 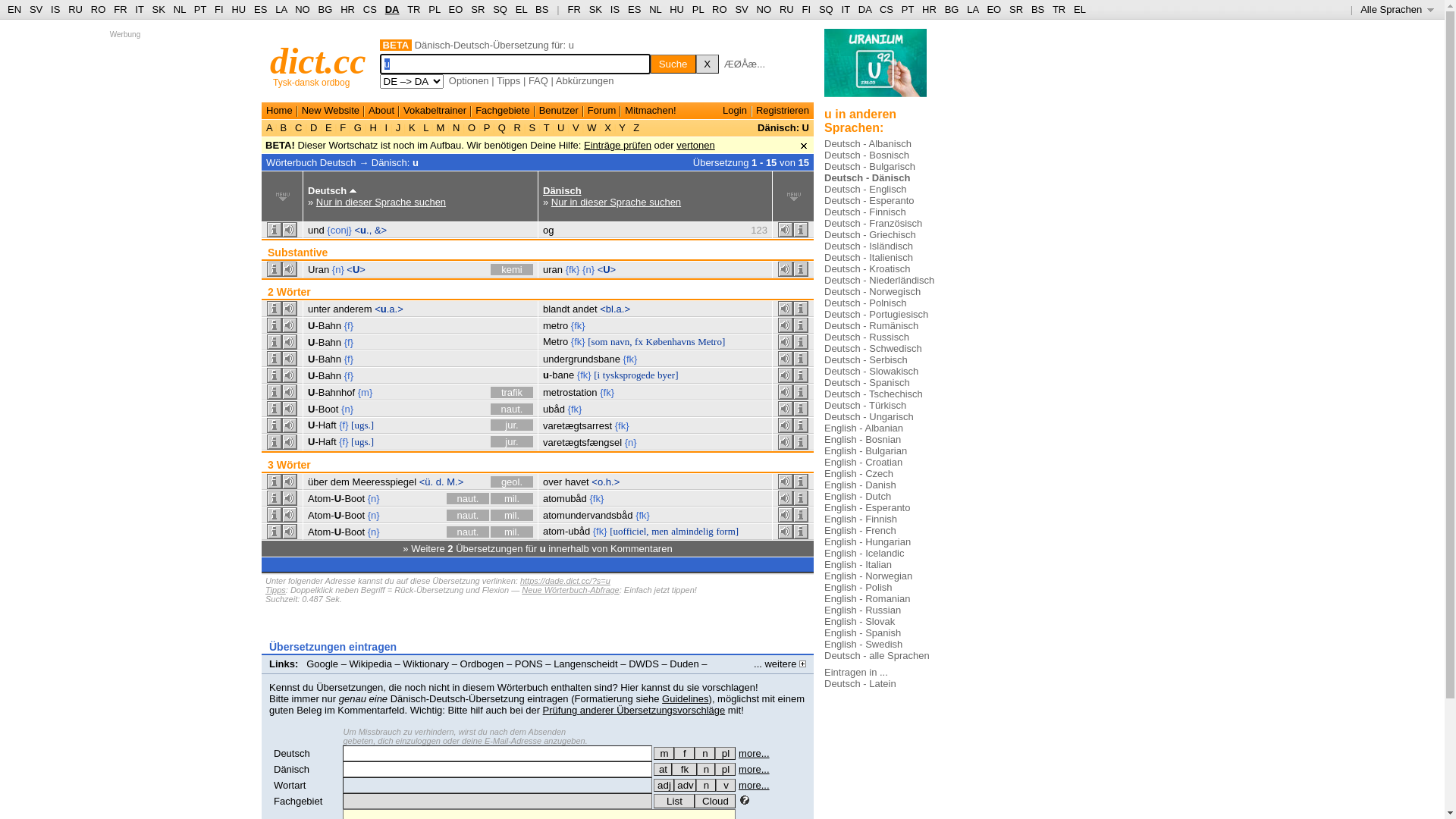 I want to click on 'List', so click(x=673, y=800).